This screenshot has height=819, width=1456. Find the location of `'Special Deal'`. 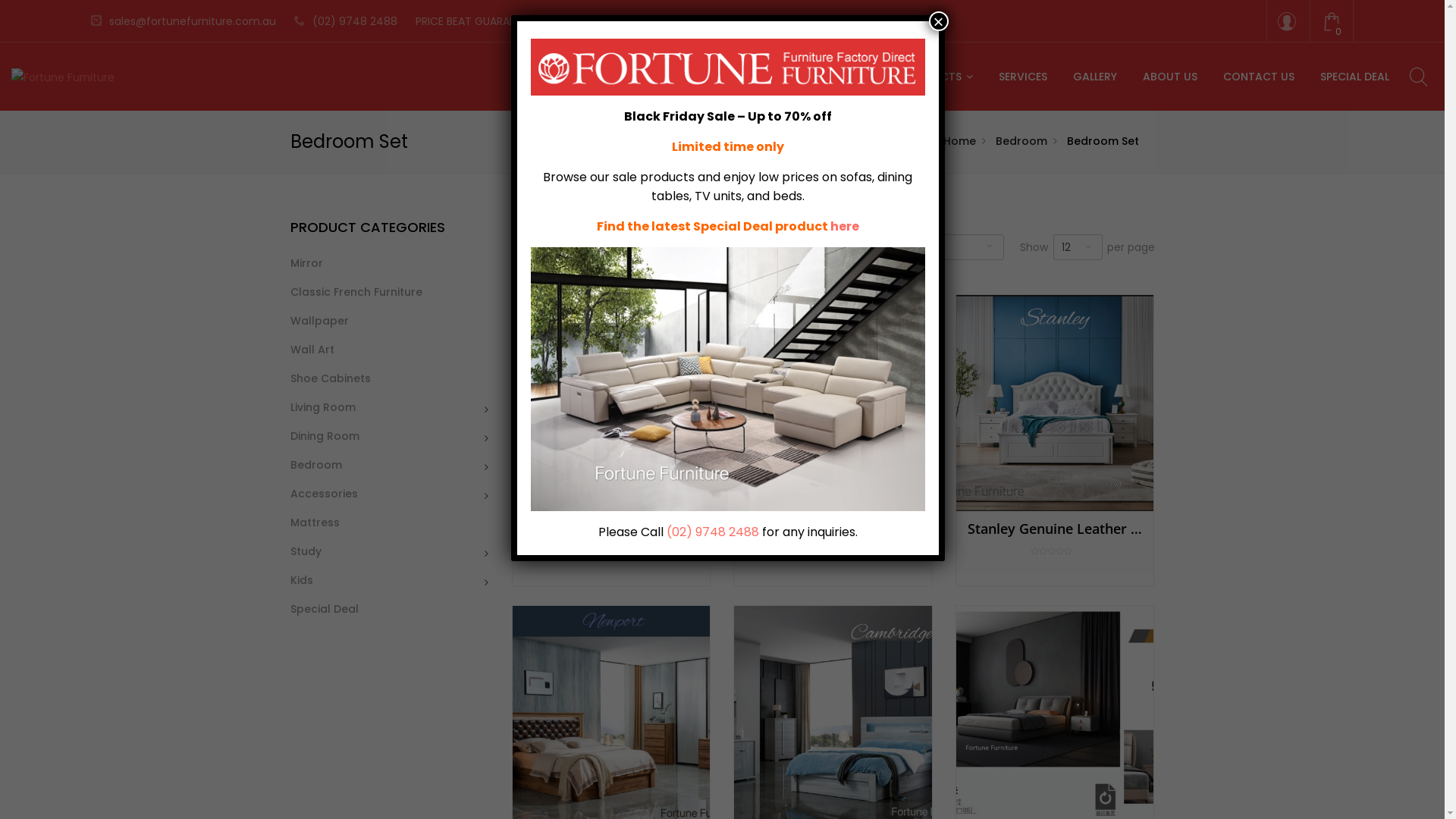

'Special Deal' is located at coordinates (323, 607).